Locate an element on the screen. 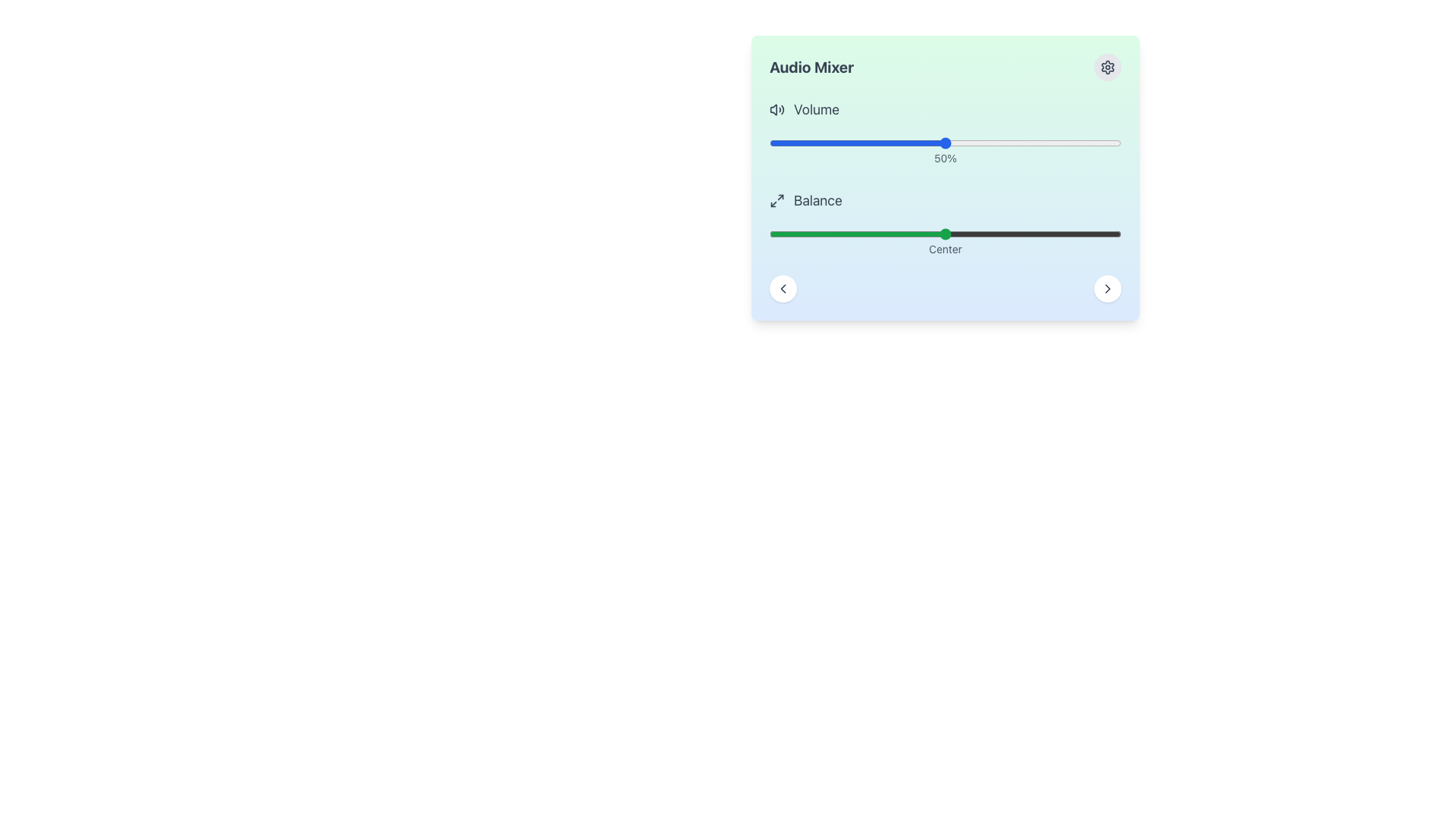  balance is located at coordinates (906, 234).